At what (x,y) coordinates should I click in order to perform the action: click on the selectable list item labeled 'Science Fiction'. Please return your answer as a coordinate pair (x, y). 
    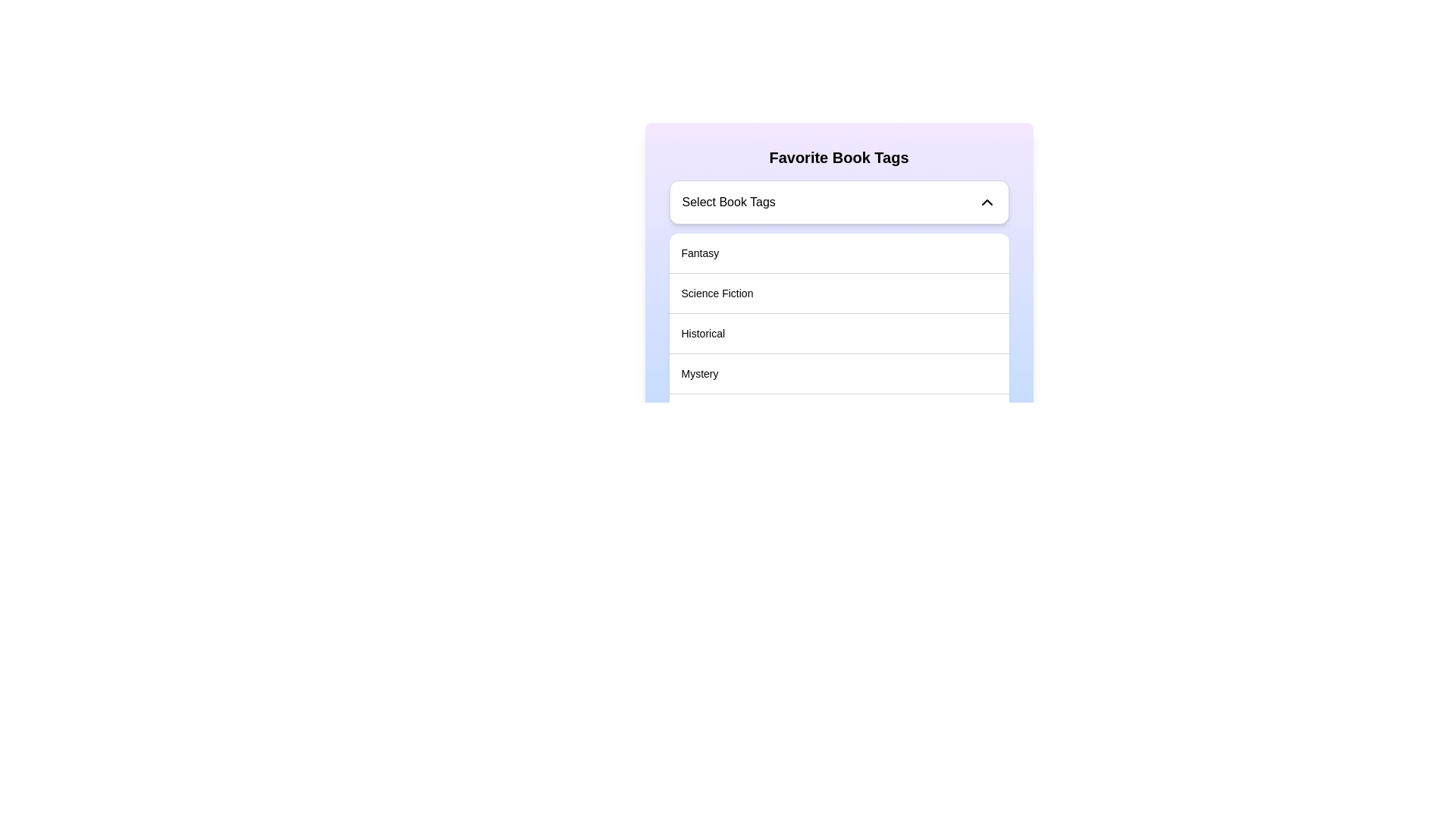
    Looking at the image, I should click on (838, 290).